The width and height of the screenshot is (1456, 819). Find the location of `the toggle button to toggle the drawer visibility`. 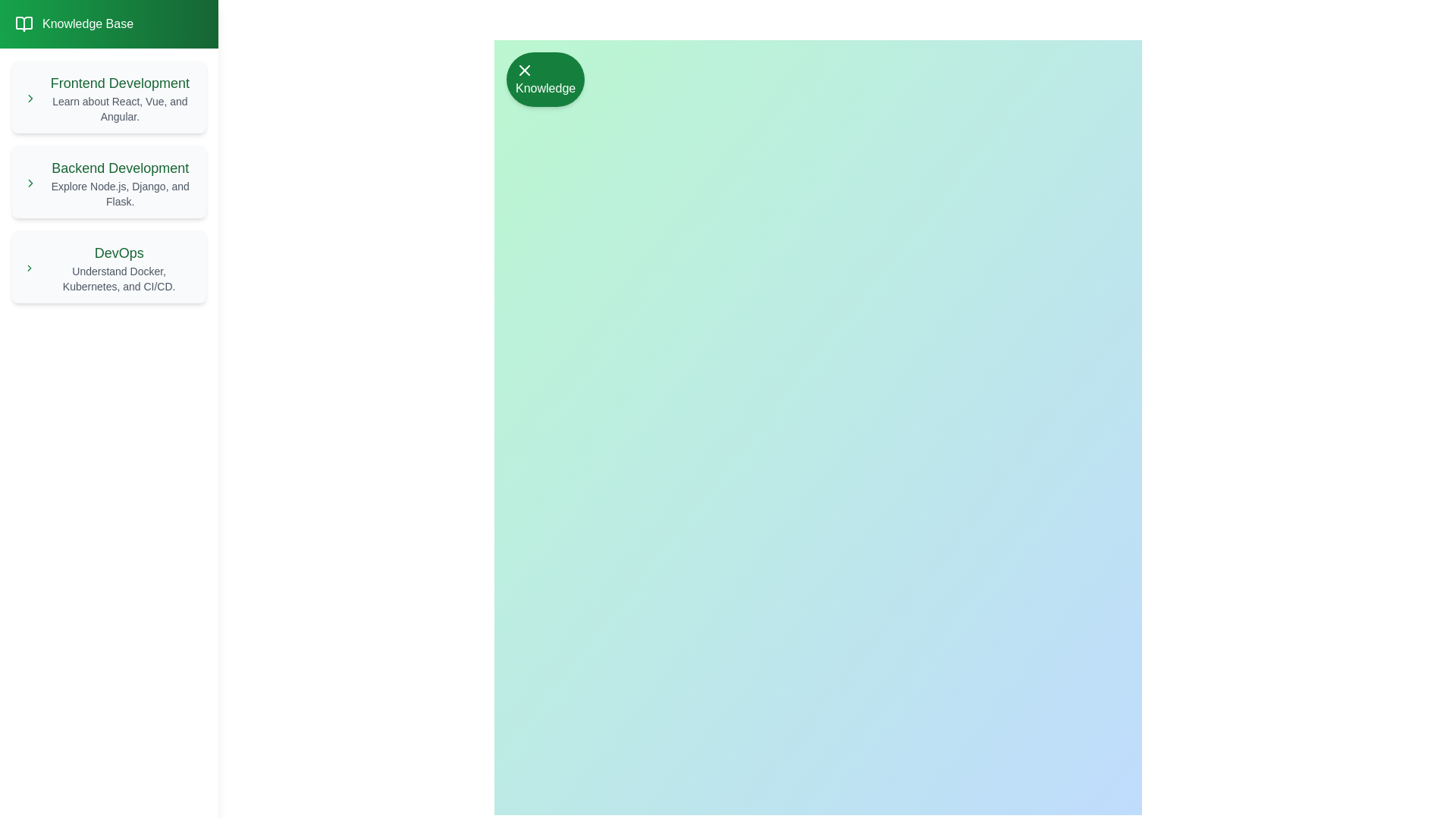

the toggle button to toggle the drawer visibility is located at coordinates (545, 79).